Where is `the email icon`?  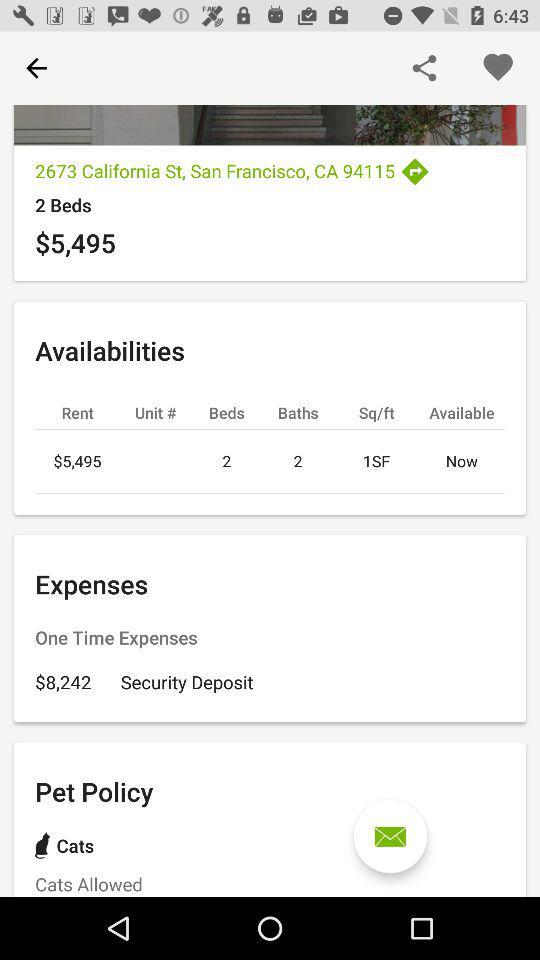 the email icon is located at coordinates (390, 836).